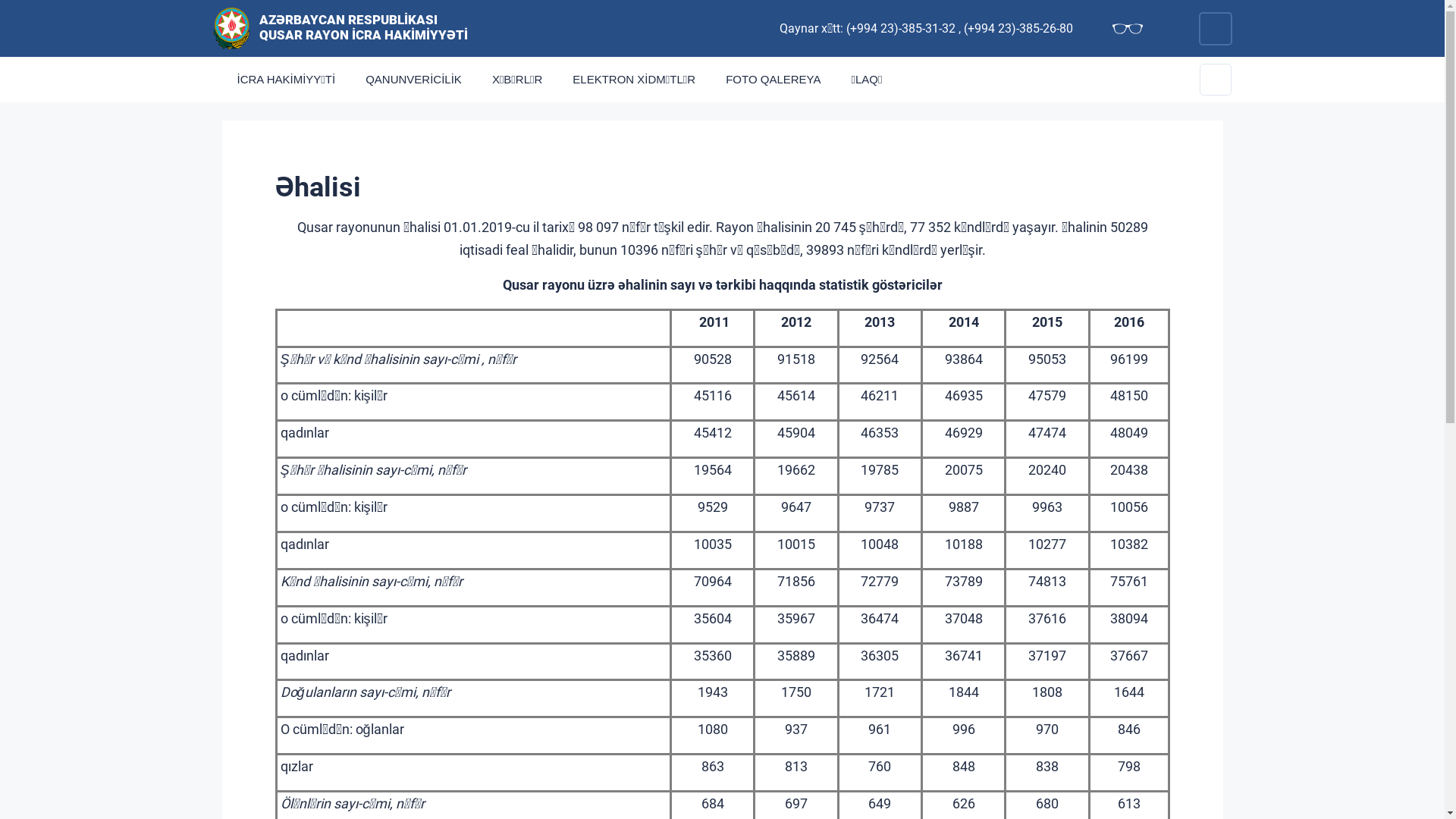 Image resolution: width=1456 pixels, height=819 pixels. Describe the element at coordinates (349, 79) in the screenshot. I see `'QANUNVERICILIK'` at that location.